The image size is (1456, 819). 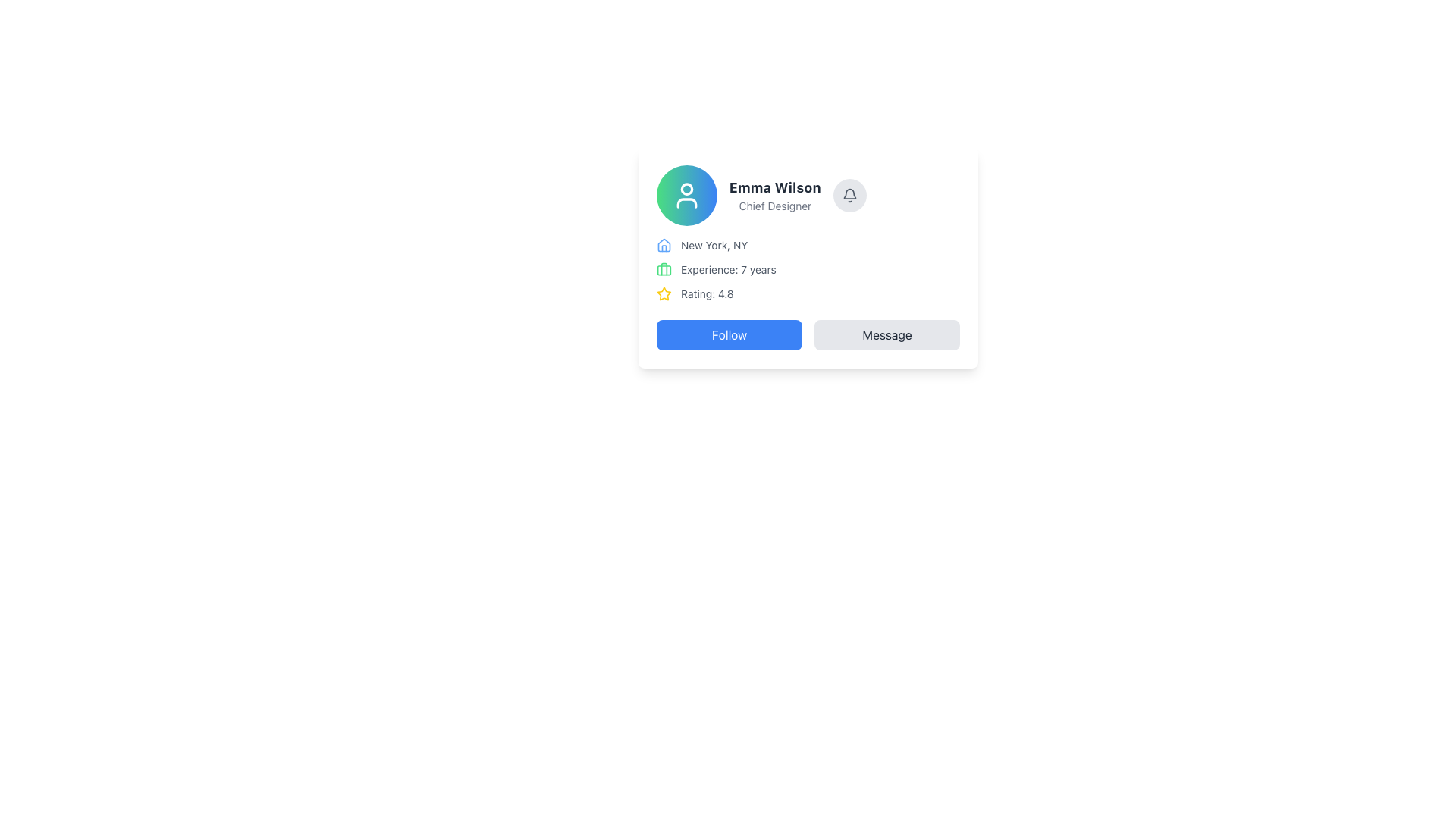 I want to click on the Decorative Icon, which resembles a blue house outline and is located beside the text 'New York, NY' within the user card, so click(x=664, y=244).